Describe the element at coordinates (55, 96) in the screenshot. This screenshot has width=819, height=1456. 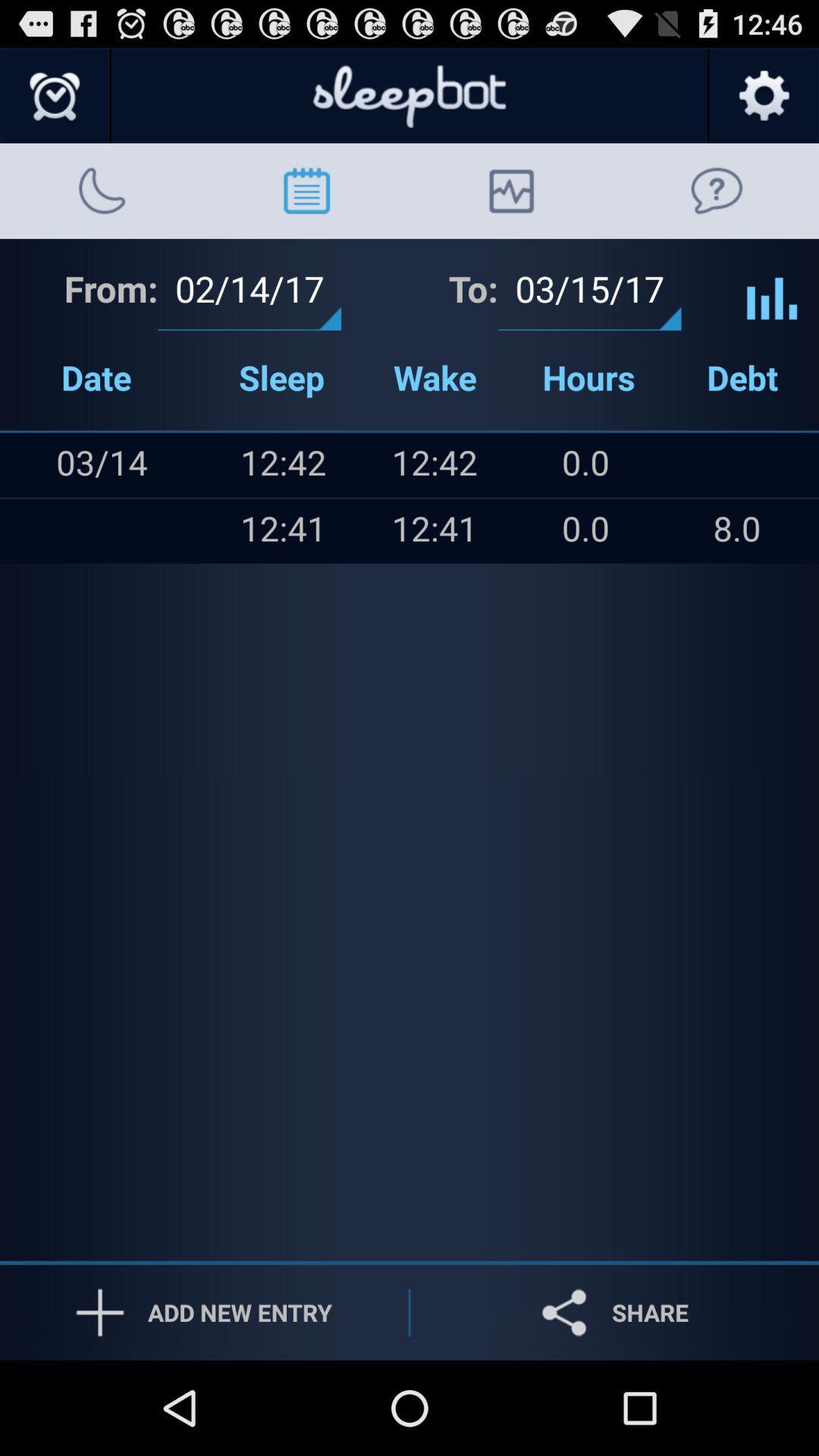
I see `shows clock icon` at that location.